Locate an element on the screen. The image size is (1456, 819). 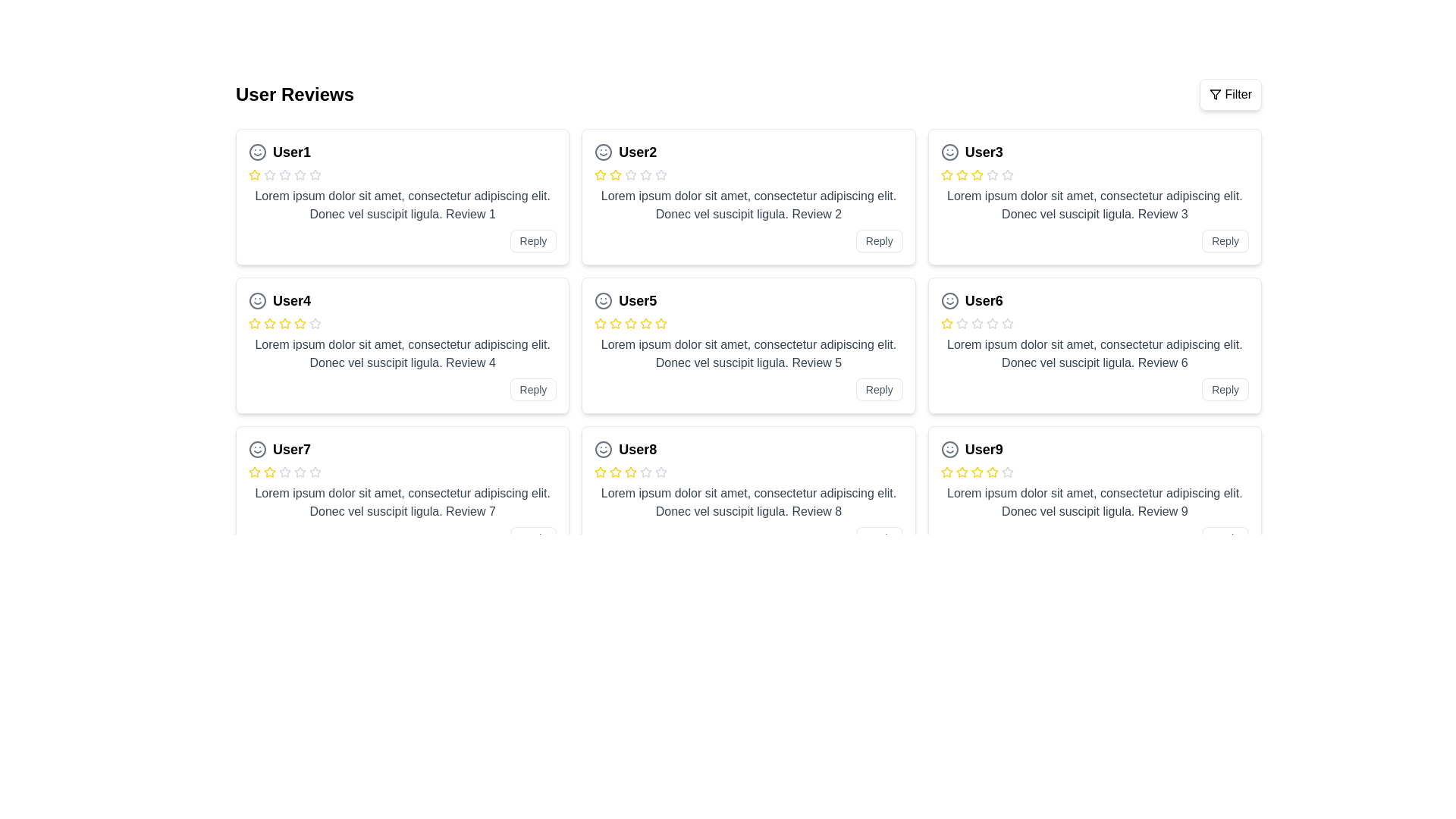
the third star-shaped yellow icon in the User2 review card to indicate a rating is located at coordinates (616, 174).